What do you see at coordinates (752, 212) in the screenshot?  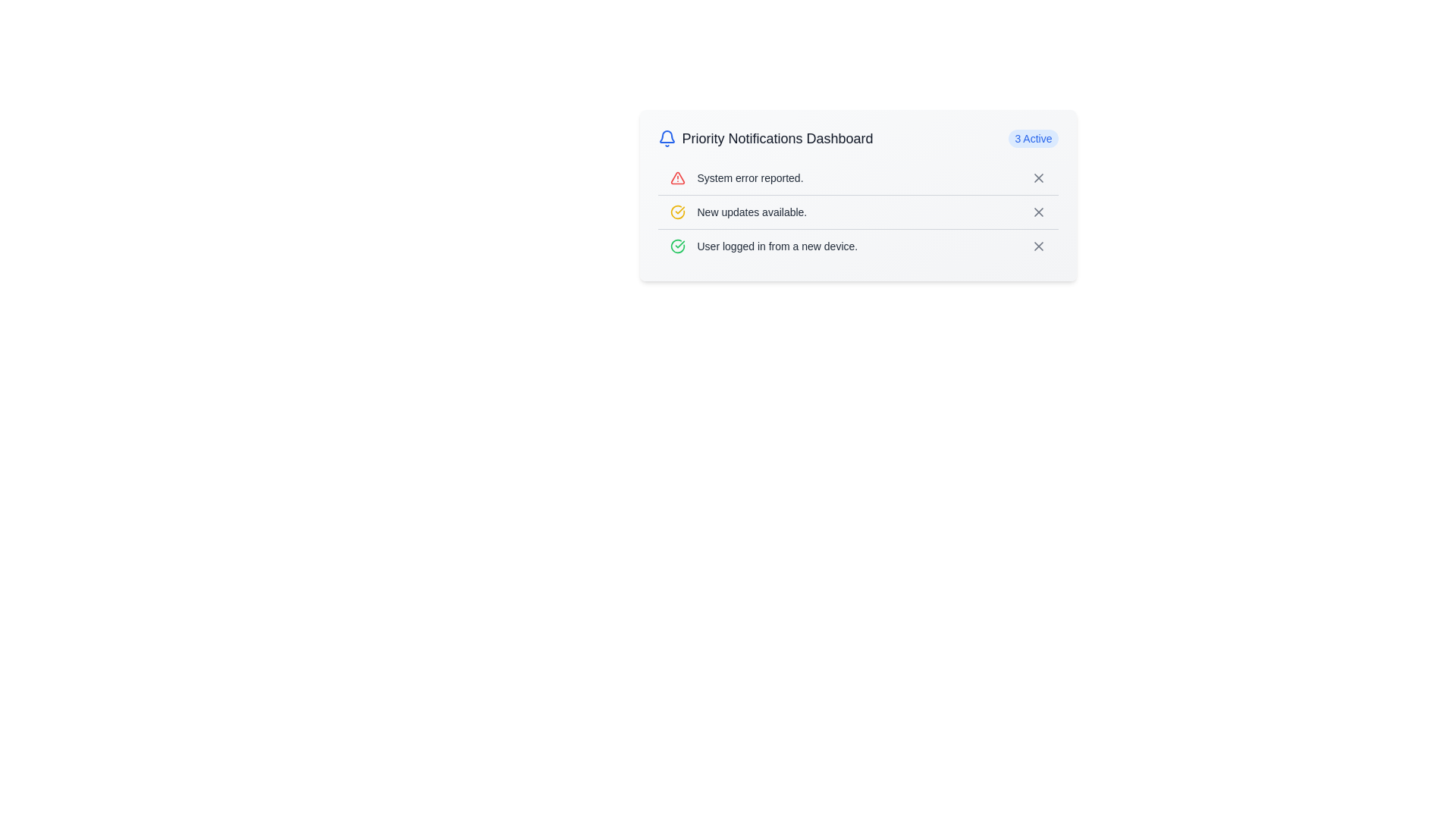 I see `the text label element displaying 'New updates available.' which is positioned in the notification dashboard, second in the list, to the right of a yellow circular icon with a checkmark` at bounding box center [752, 212].